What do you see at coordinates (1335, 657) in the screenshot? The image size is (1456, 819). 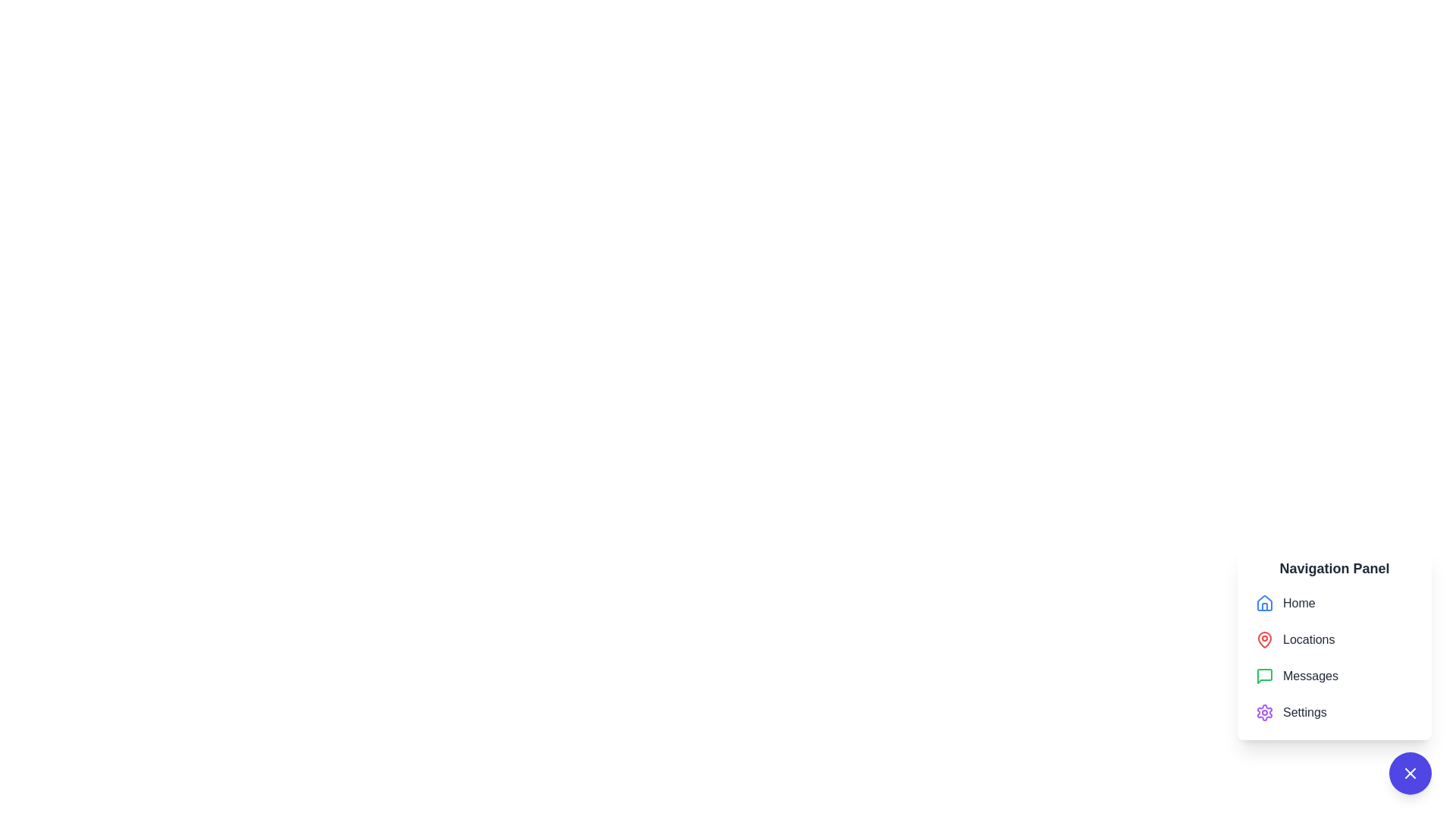 I see `the vertical navigation menu` at bounding box center [1335, 657].